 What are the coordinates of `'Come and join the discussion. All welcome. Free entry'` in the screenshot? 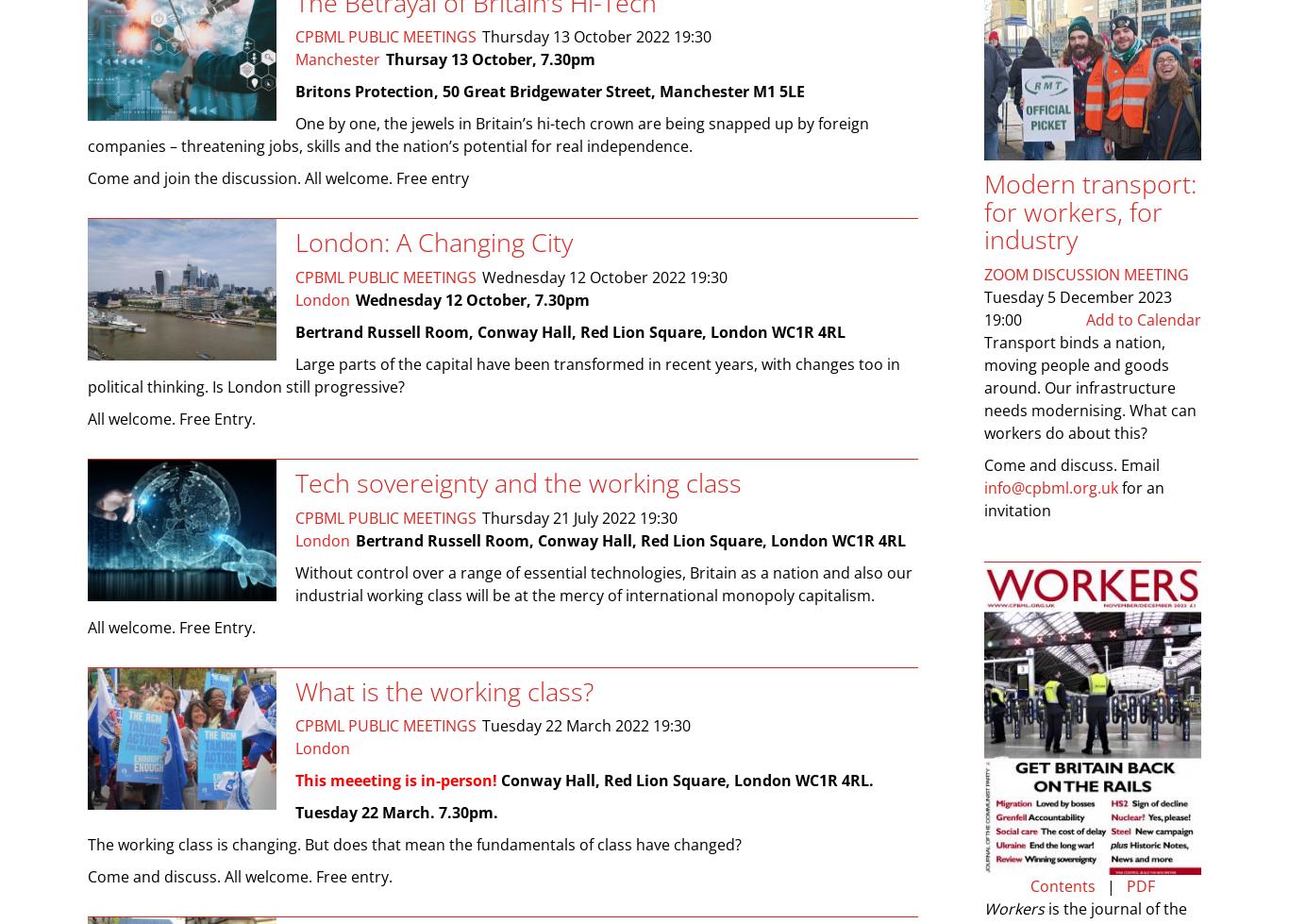 It's located at (88, 178).